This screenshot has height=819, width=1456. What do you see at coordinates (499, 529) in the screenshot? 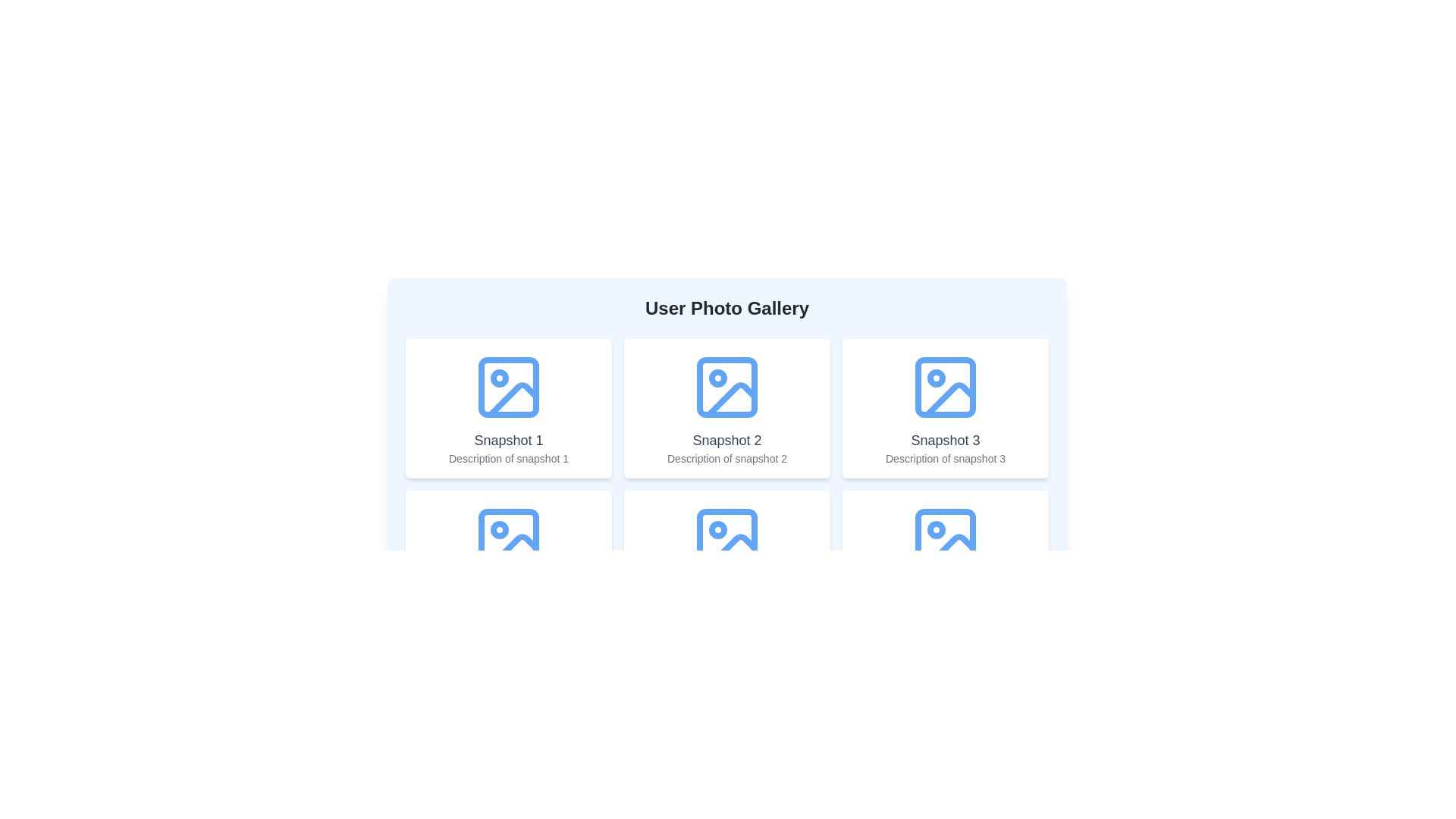
I see `the small circle icon representing a graphical image within the user gallery interface, located at the center-left portion of the SVG graphical icon` at bounding box center [499, 529].